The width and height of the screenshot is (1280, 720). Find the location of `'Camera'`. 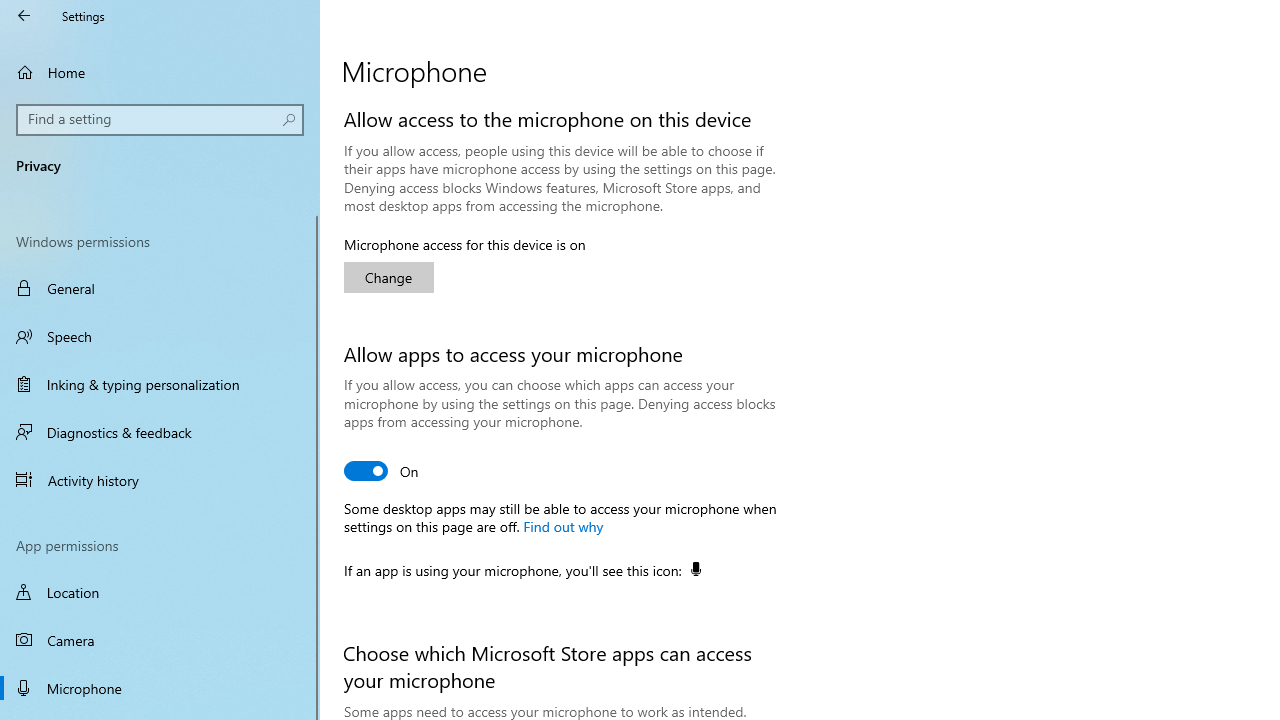

'Camera' is located at coordinates (160, 640).